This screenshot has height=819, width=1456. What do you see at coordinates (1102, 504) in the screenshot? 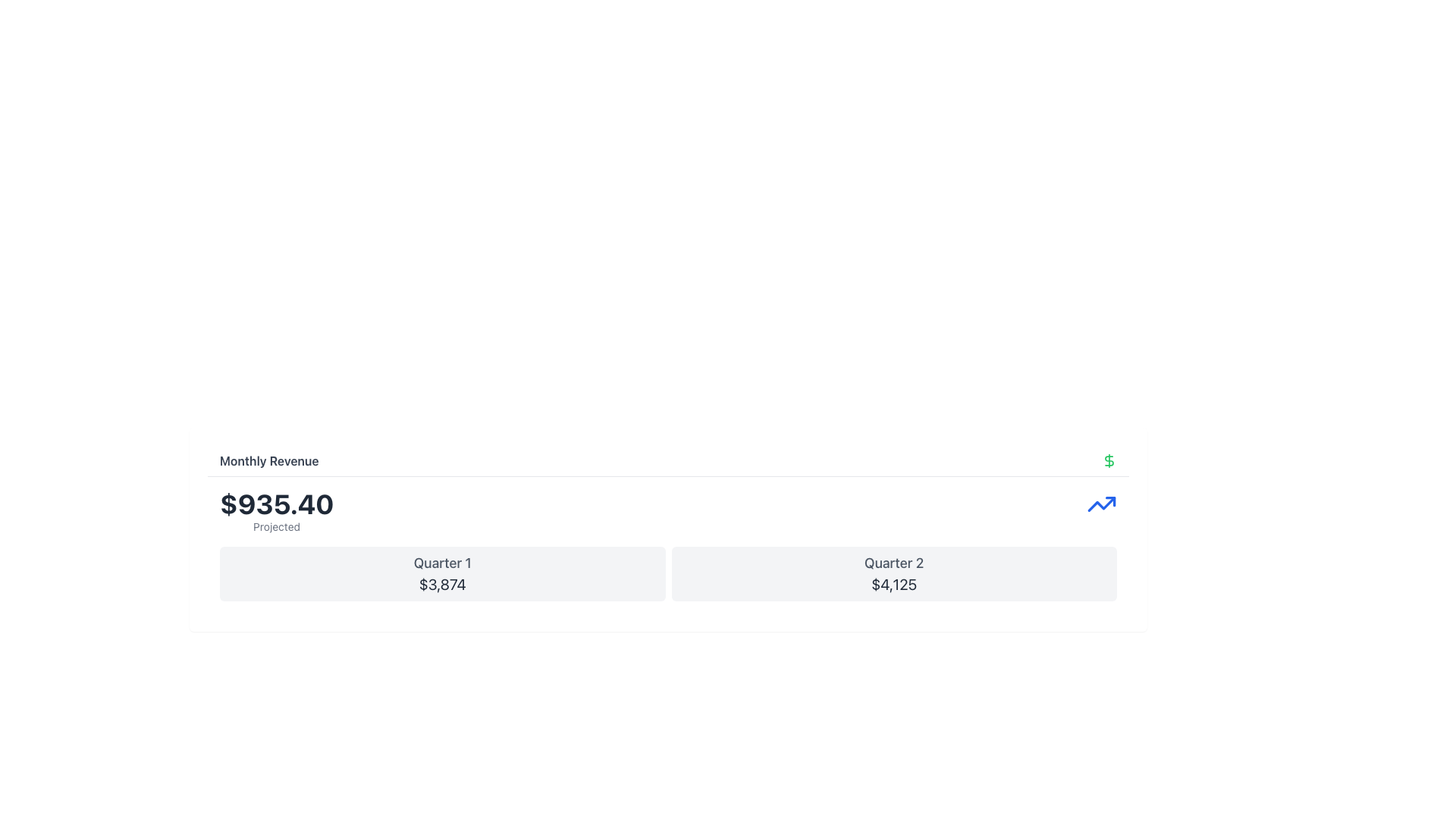
I see `the blue line graph icon located in the top-right corner of the 'Quarter 2' revenue details` at bounding box center [1102, 504].